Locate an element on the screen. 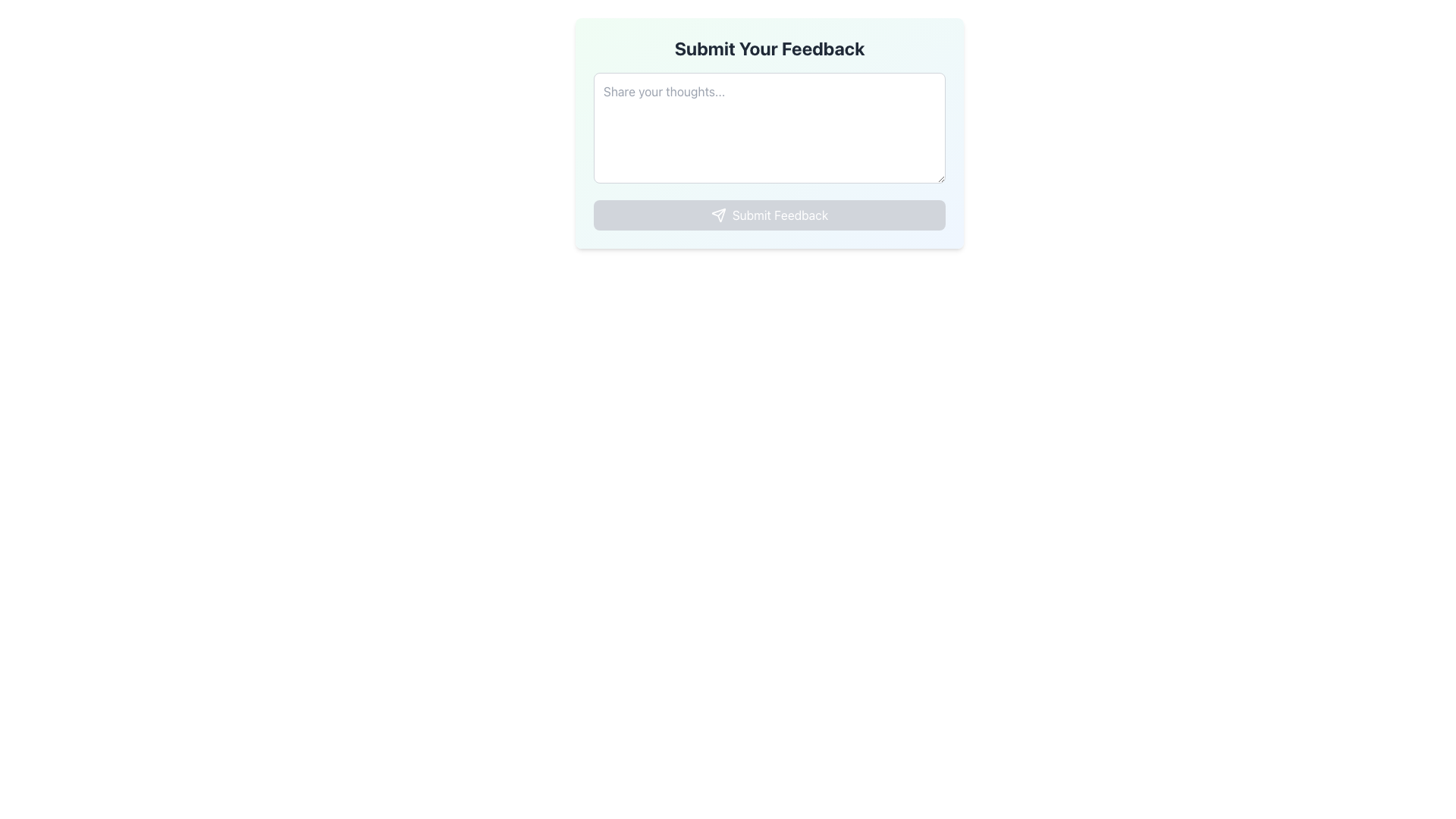  the paper airplane icon located within the 'Submit Feedback' button, which is positioned near the bottom center of the feedback form is located at coordinates (717, 215).